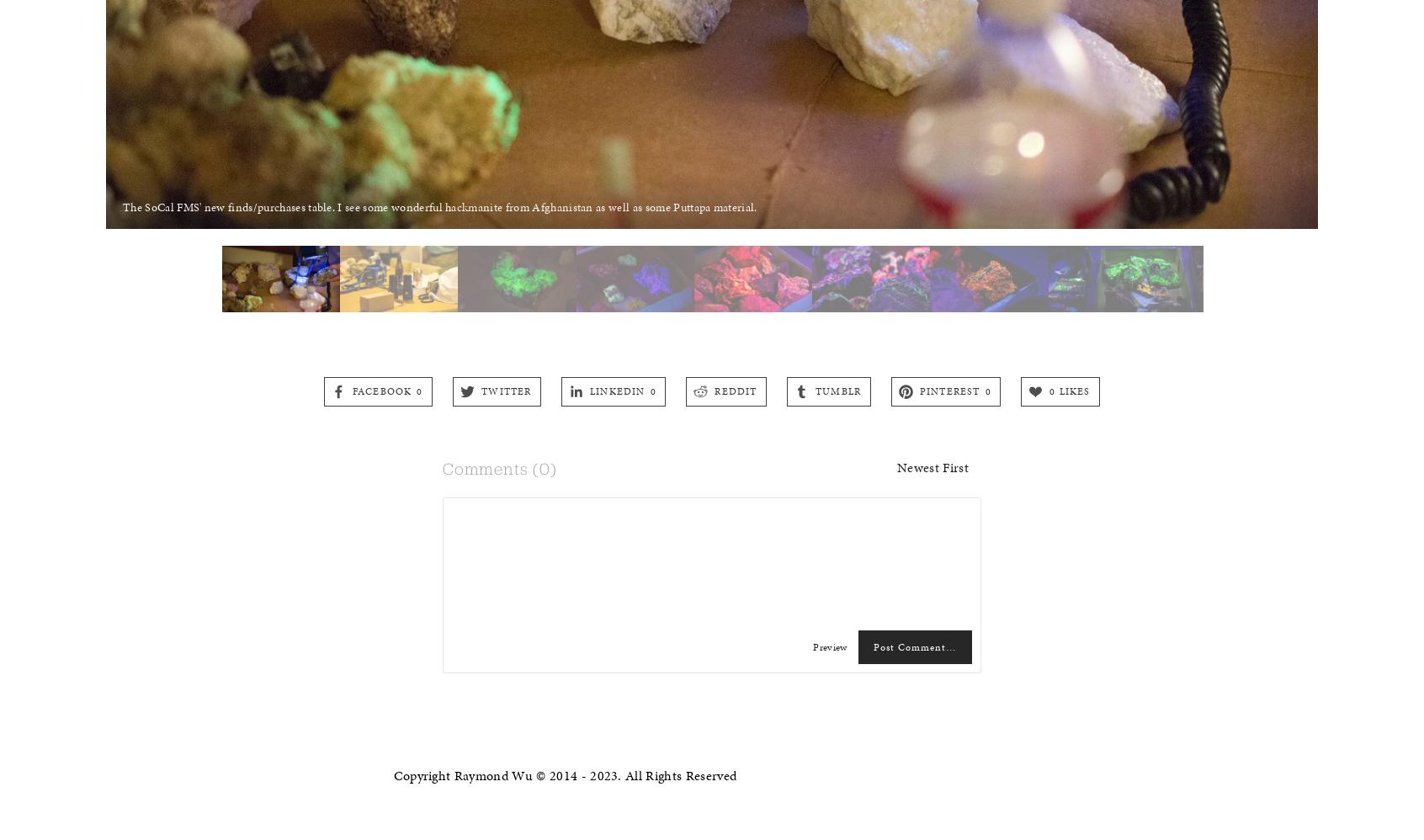  Describe the element at coordinates (837, 389) in the screenshot. I see `'Tumblr'` at that location.